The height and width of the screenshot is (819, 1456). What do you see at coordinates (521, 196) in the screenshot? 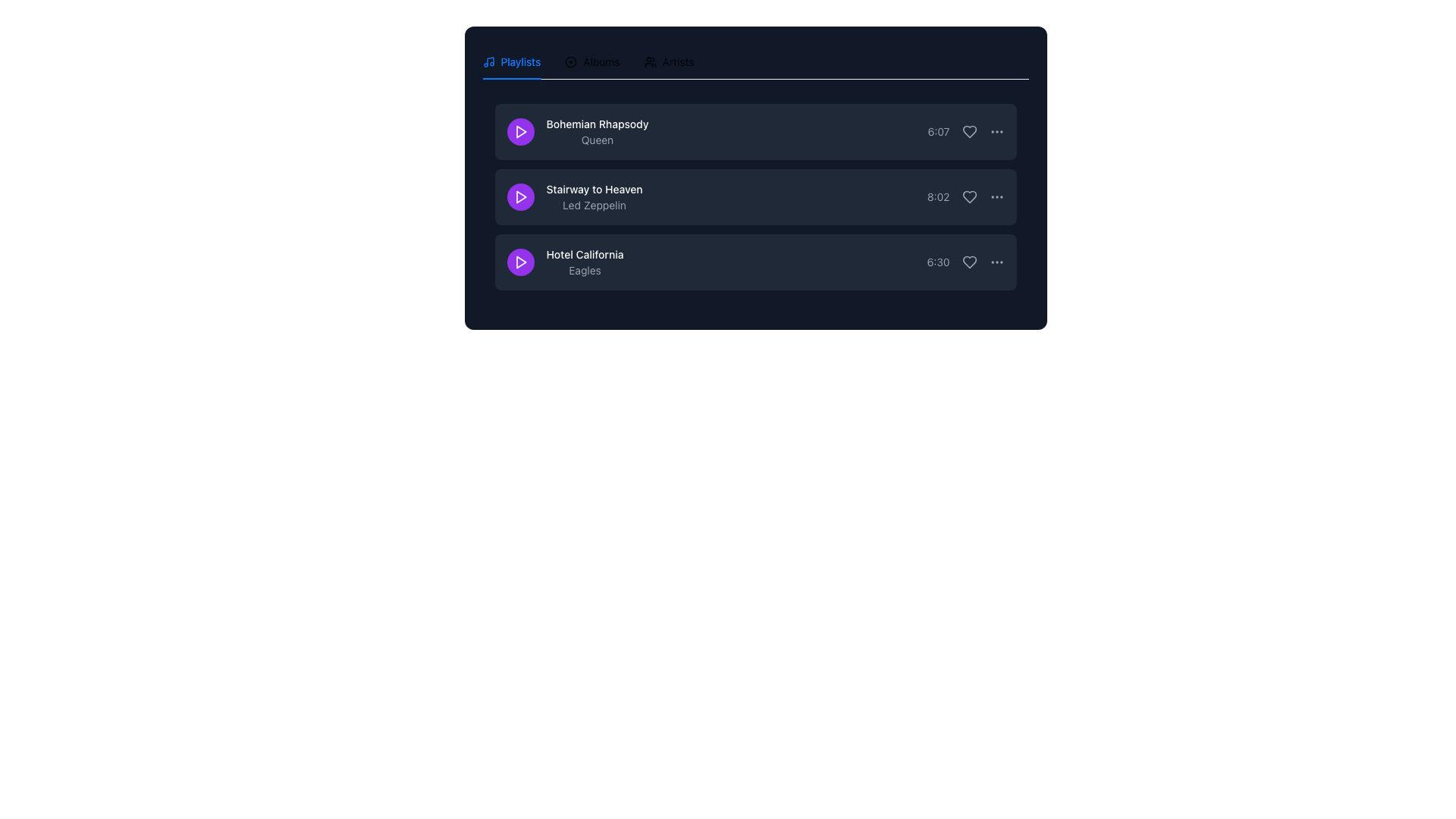
I see `the play button for the song 'Stairway to Heaven by Led Zeppelin' to enable keyboard-based selection` at bounding box center [521, 196].